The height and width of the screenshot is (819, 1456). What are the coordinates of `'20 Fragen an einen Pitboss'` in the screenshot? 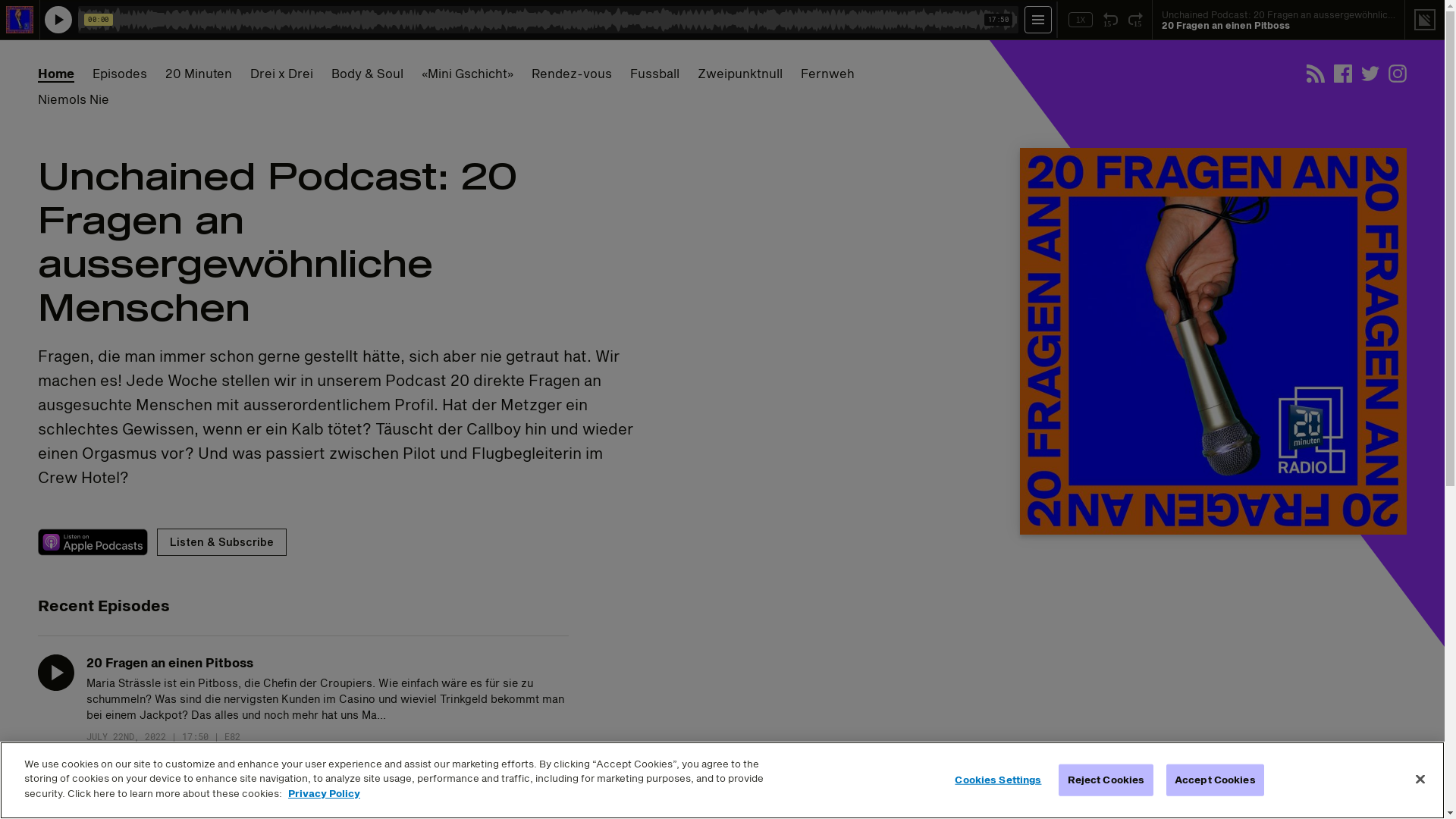 It's located at (170, 661).